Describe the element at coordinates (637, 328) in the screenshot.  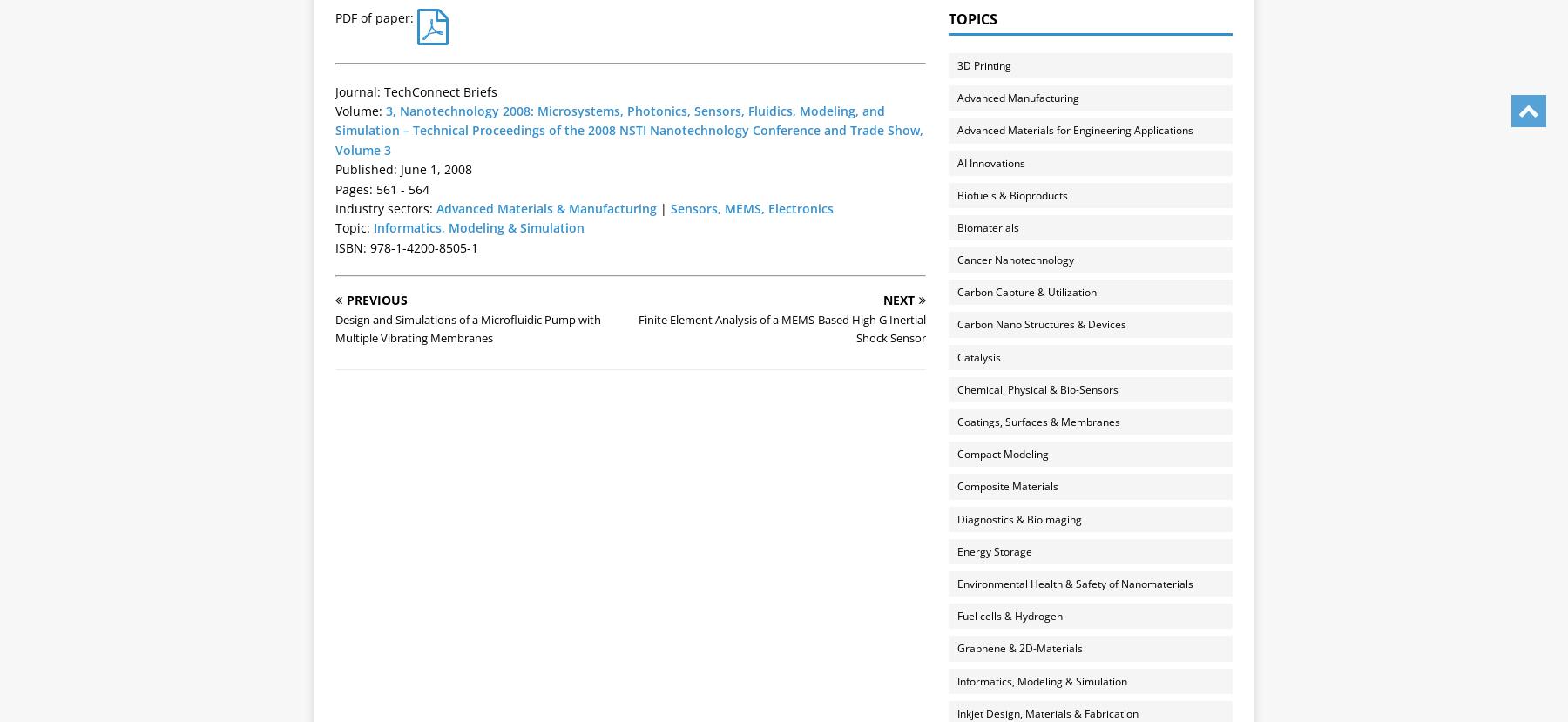
I see `'Finite Element Analysis of a MEMS-Based High G Inertial Shock Sensor'` at that location.